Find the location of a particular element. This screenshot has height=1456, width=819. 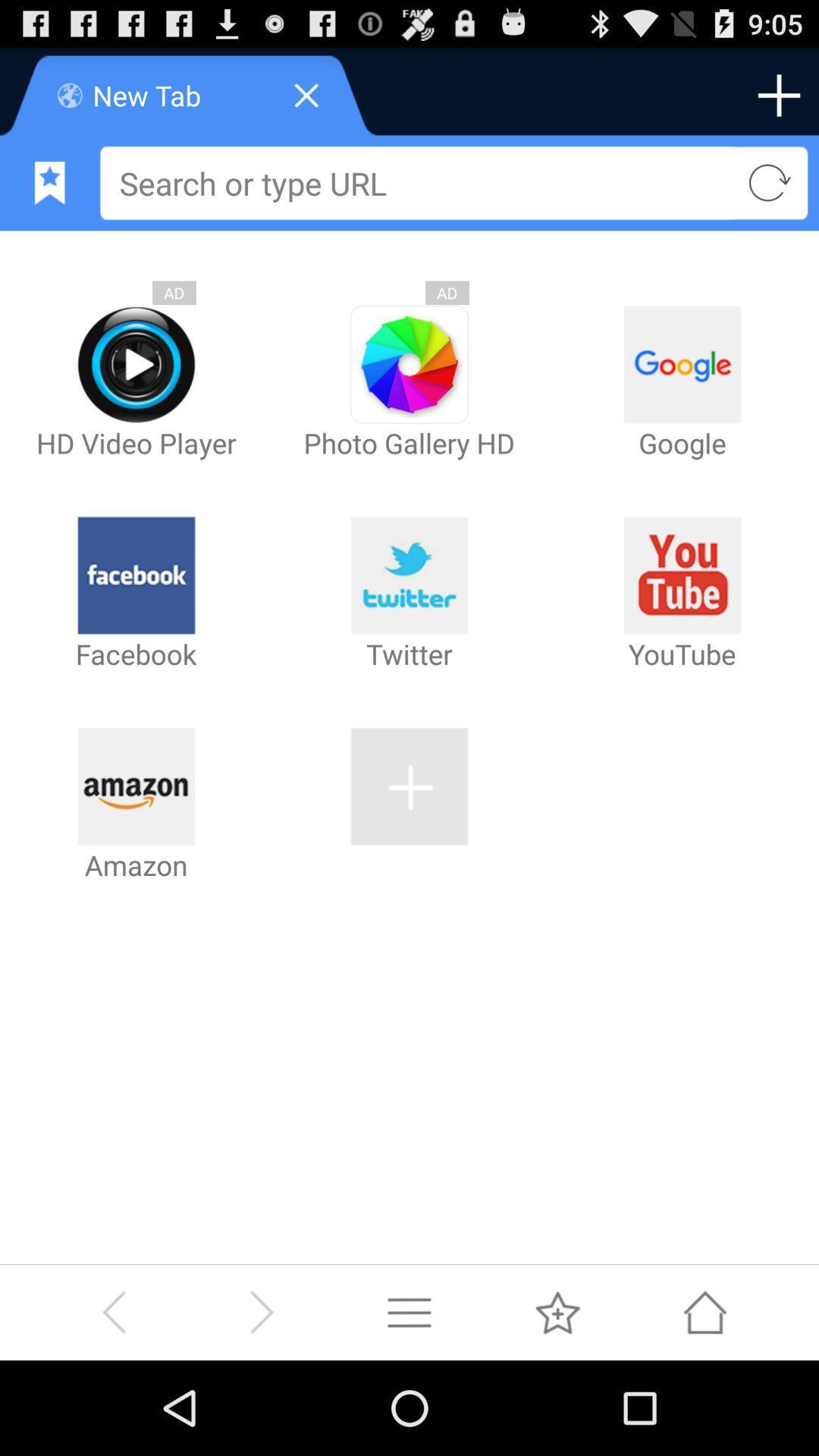

the add icon is located at coordinates (779, 101).